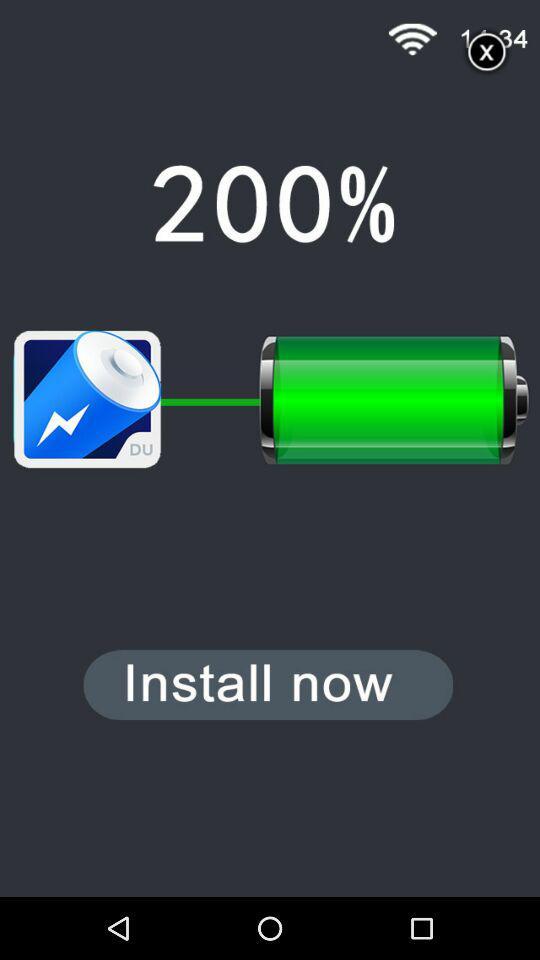  I want to click on the close icon, so click(486, 55).